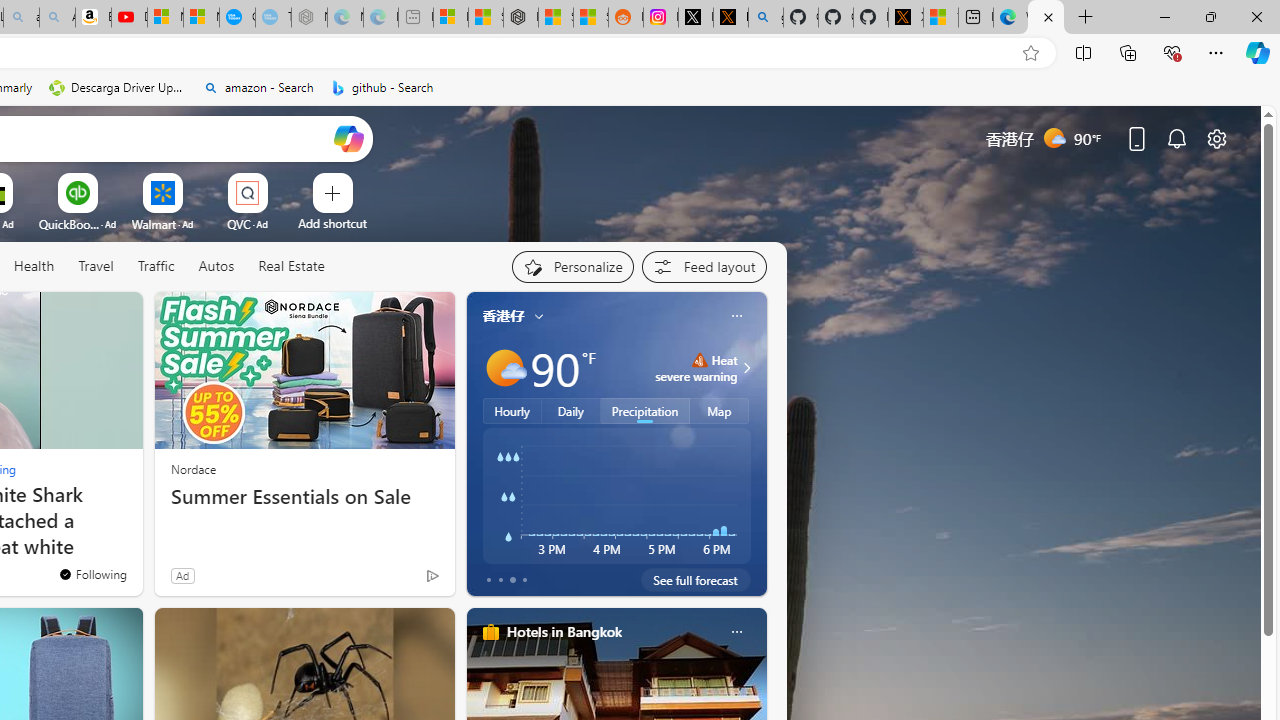  Describe the element at coordinates (512, 579) in the screenshot. I see `'tab-2'` at that location.